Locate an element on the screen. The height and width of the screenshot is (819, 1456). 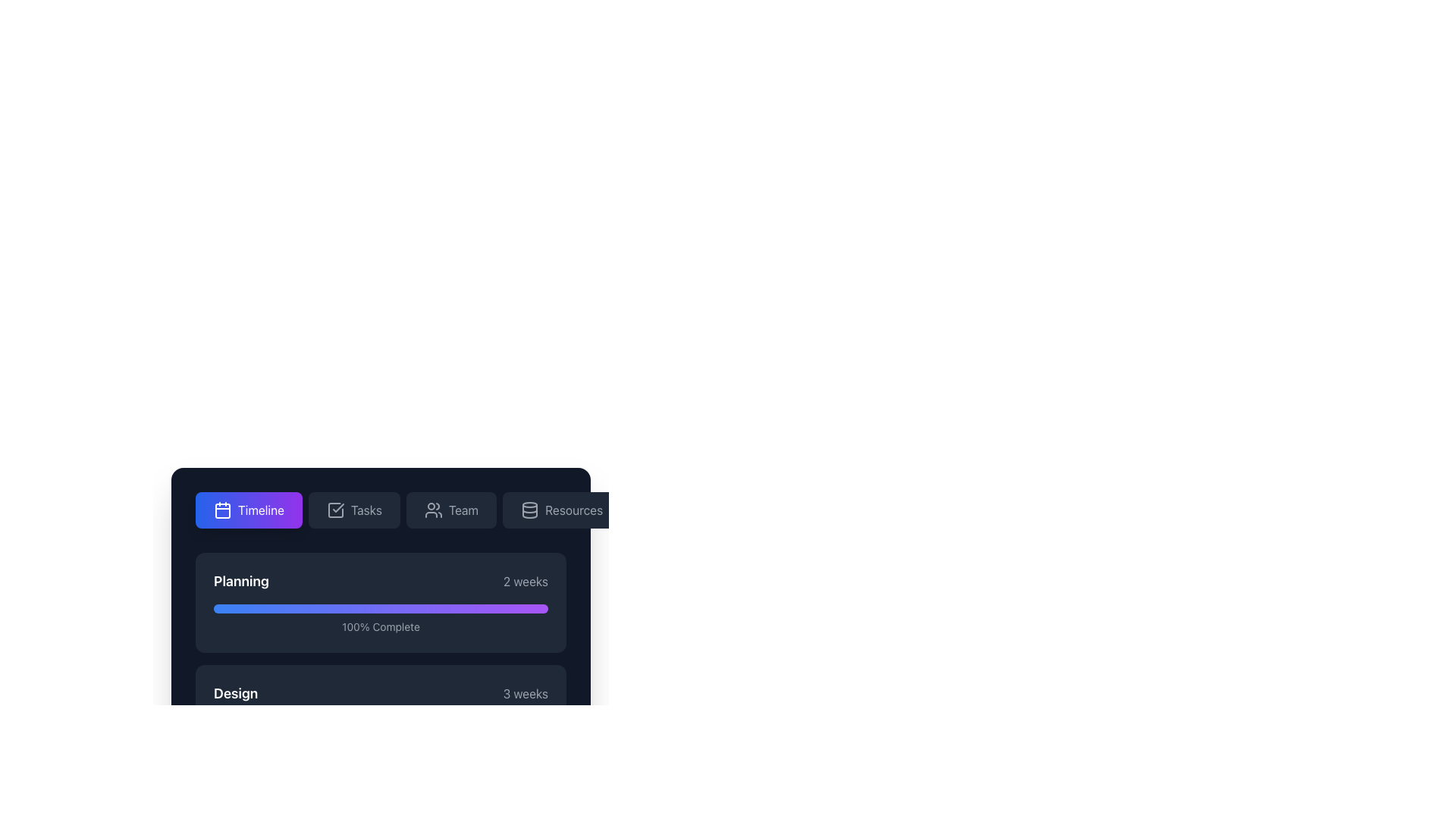
the rectangular component representing the main body of the calendar icon by clicking on it is located at coordinates (221, 511).